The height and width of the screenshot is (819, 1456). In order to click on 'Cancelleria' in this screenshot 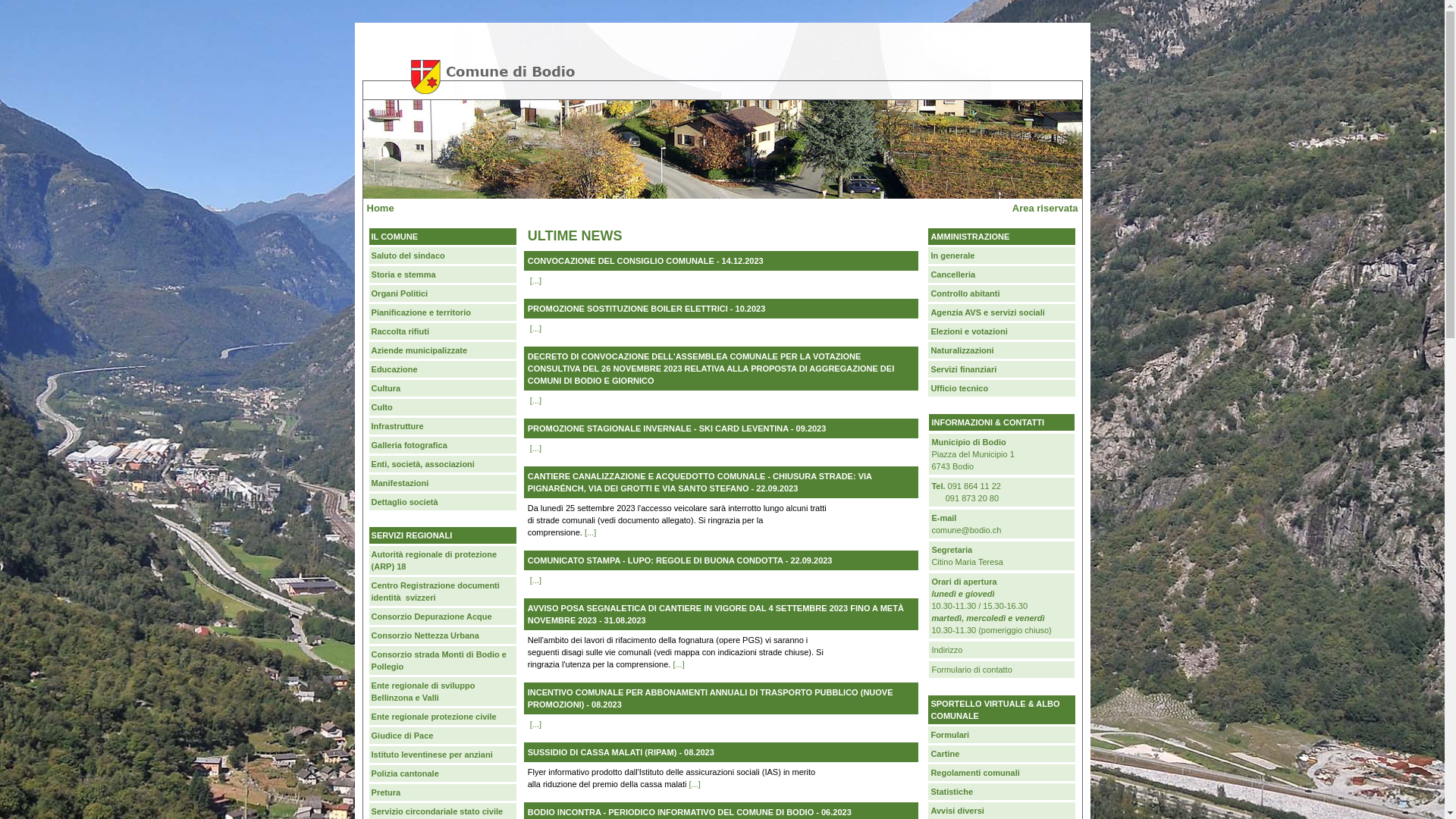, I will do `click(1001, 275)`.